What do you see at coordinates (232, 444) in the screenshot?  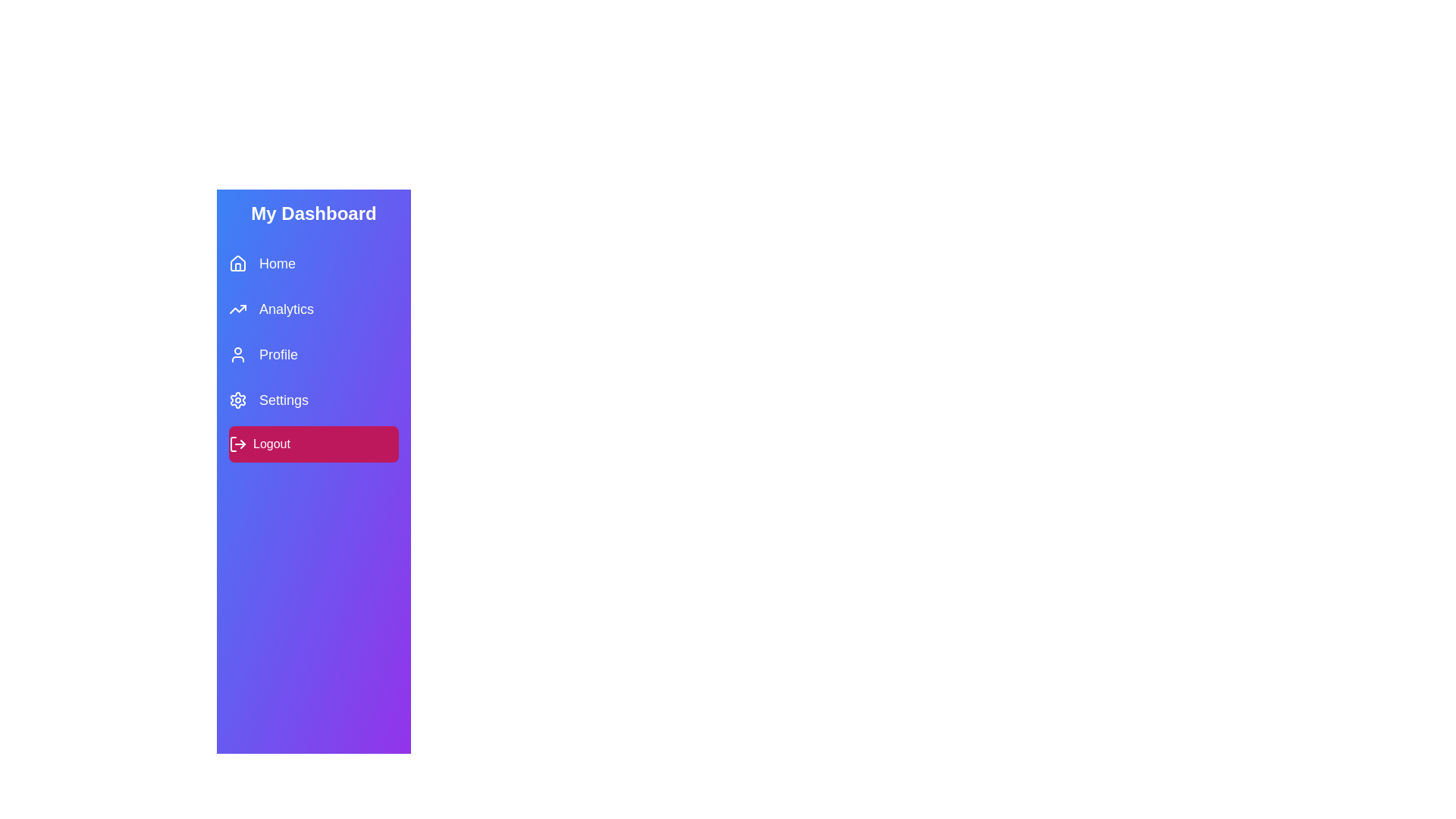 I see `the decorative vertical line component within the logout icon of the sidebar menu` at bounding box center [232, 444].